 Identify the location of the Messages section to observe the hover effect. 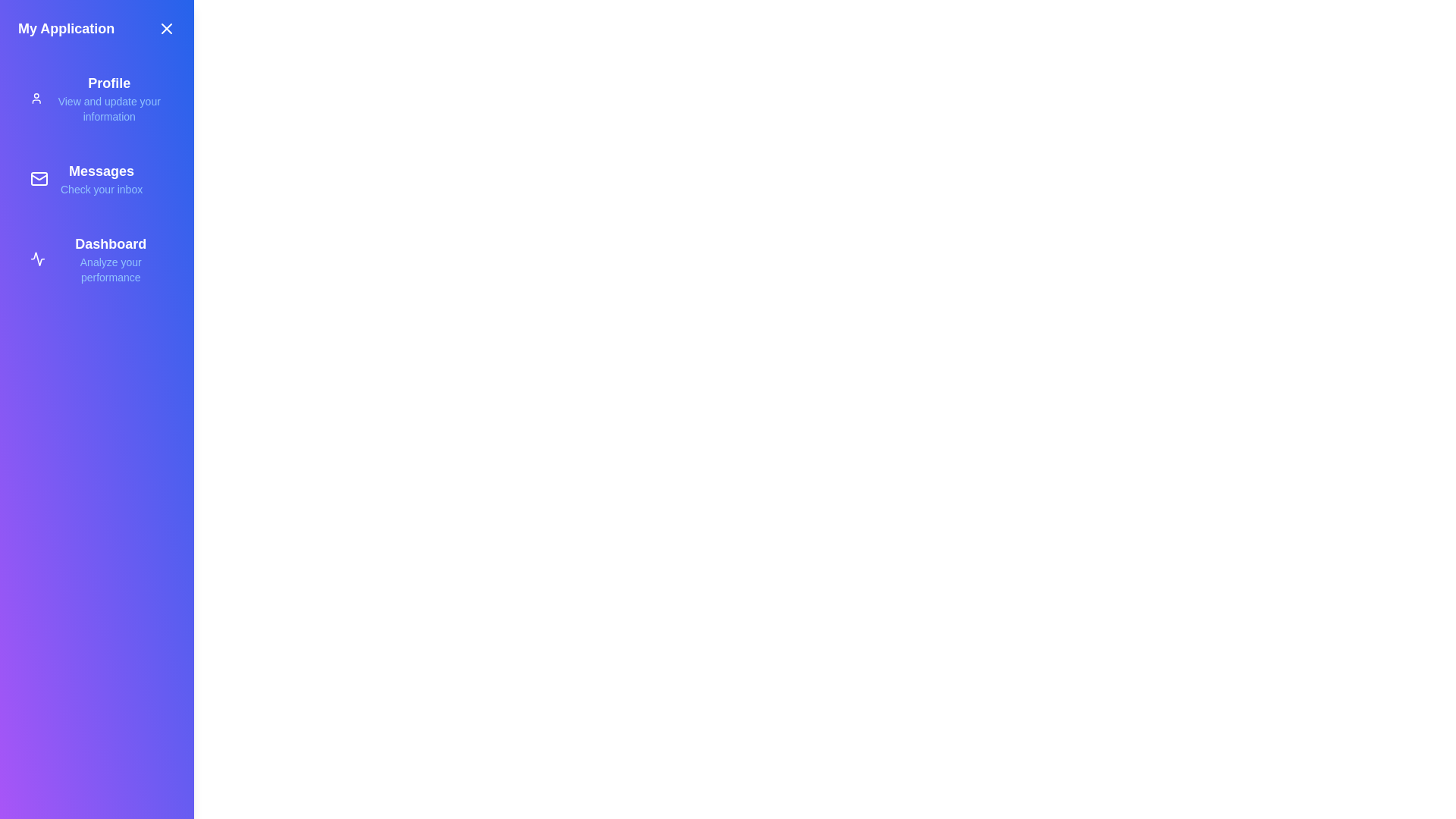
(96, 177).